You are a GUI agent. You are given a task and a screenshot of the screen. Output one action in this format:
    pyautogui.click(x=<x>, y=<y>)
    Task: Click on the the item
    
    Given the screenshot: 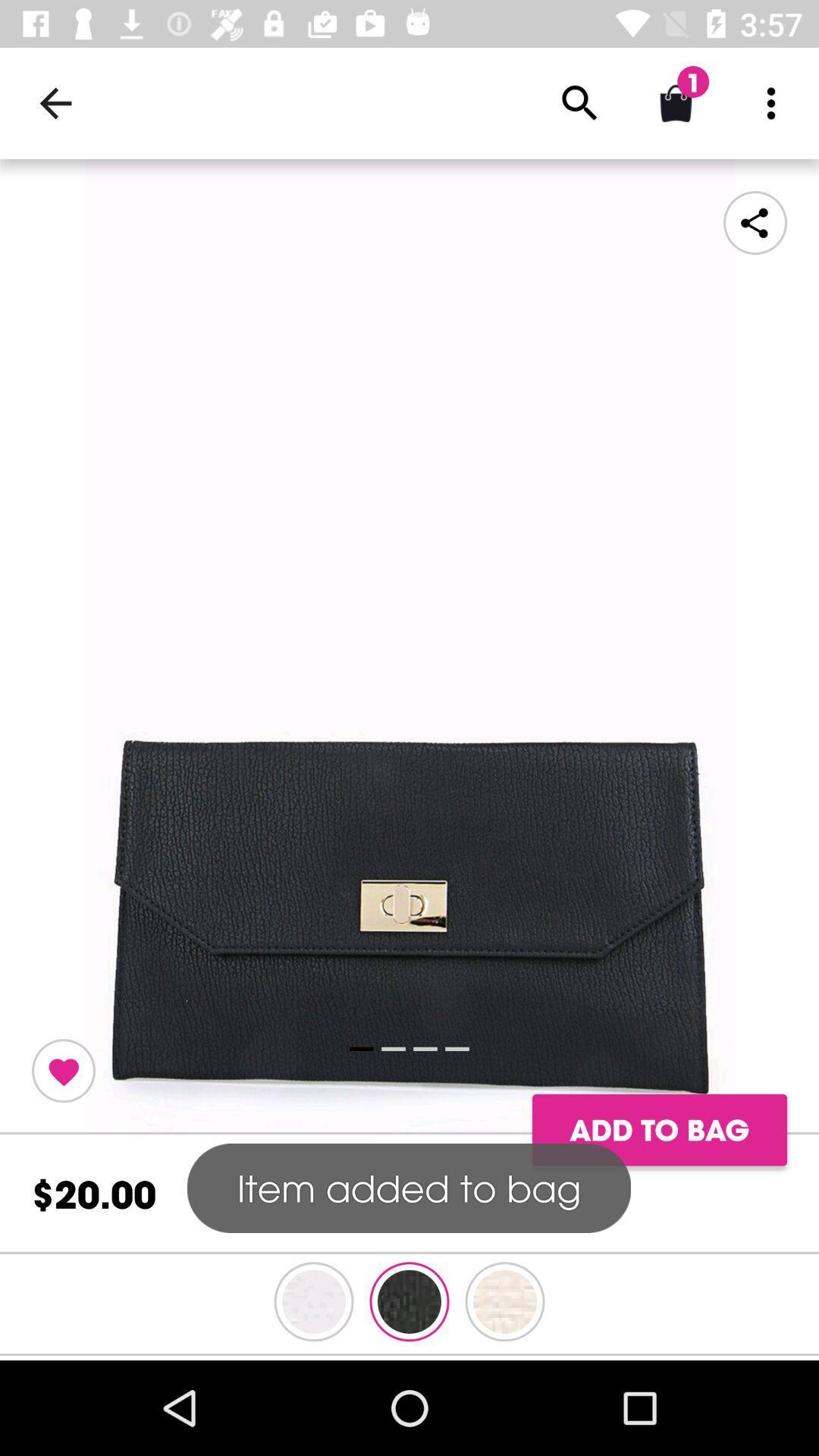 What is the action you would take?
    pyautogui.click(x=63, y=1070)
    